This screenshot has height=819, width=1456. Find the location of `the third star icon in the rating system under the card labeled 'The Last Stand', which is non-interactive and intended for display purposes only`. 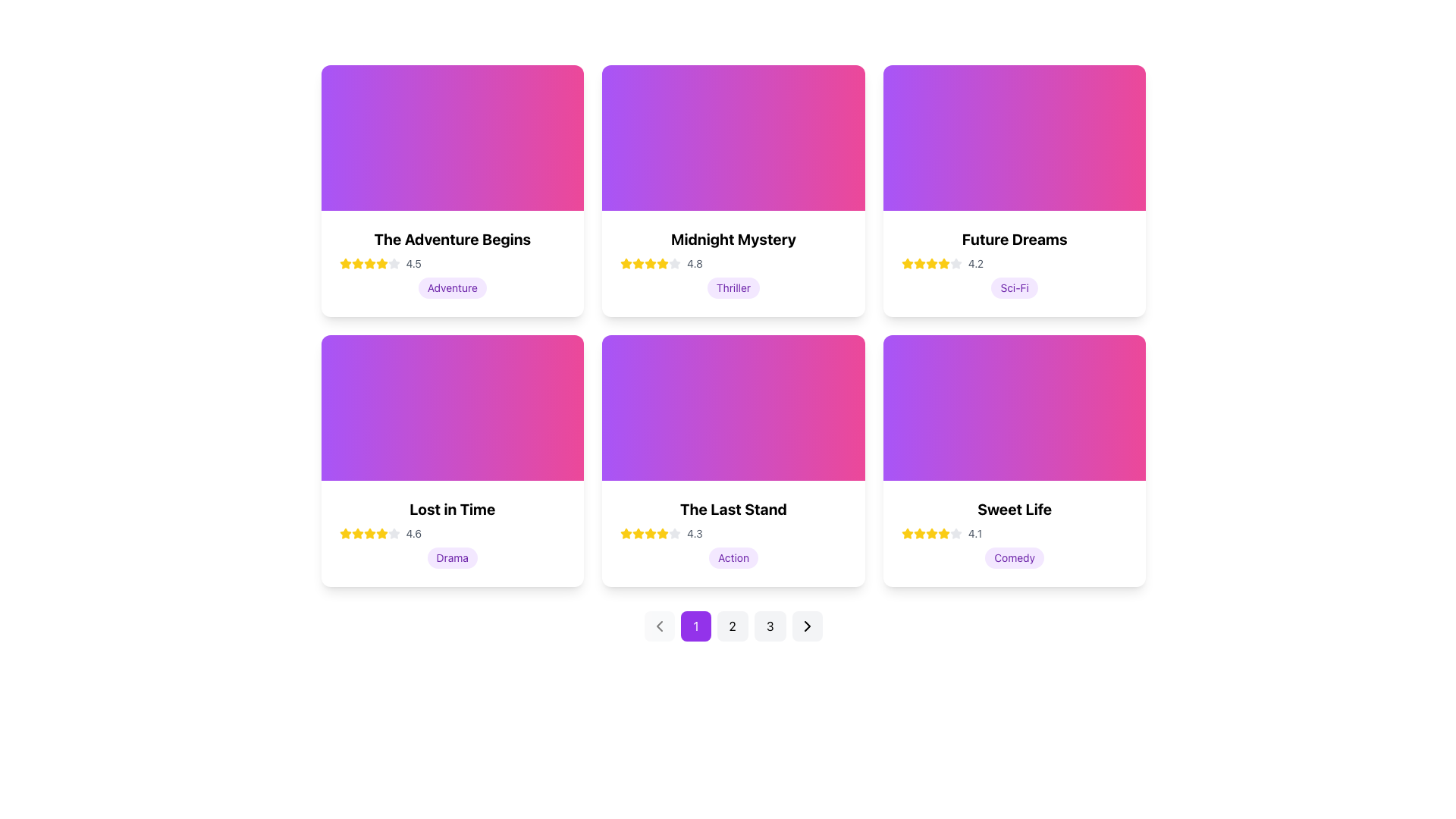

the third star icon in the rating system under the card labeled 'The Last Stand', which is non-interactive and intended for display purposes only is located at coordinates (663, 532).